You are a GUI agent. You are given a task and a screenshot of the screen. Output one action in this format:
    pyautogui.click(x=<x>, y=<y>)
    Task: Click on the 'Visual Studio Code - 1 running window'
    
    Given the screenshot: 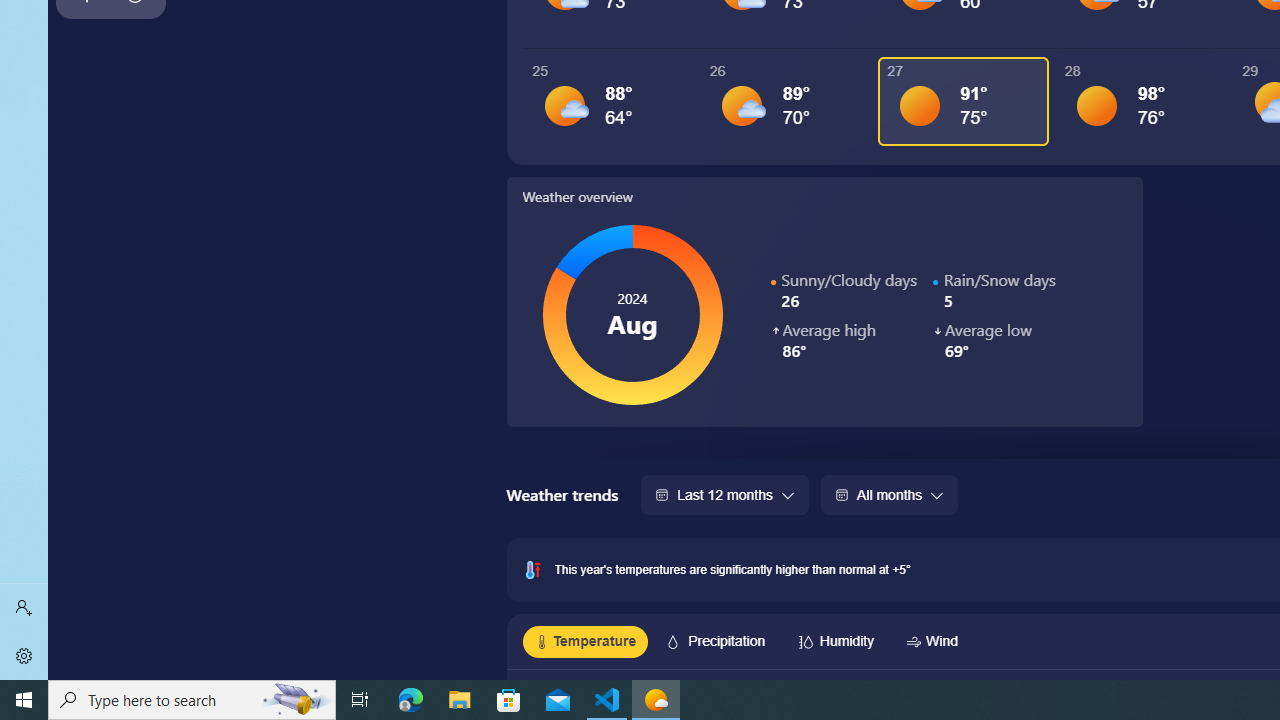 What is the action you would take?
    pyautogui.click(x=606, y=698)
    